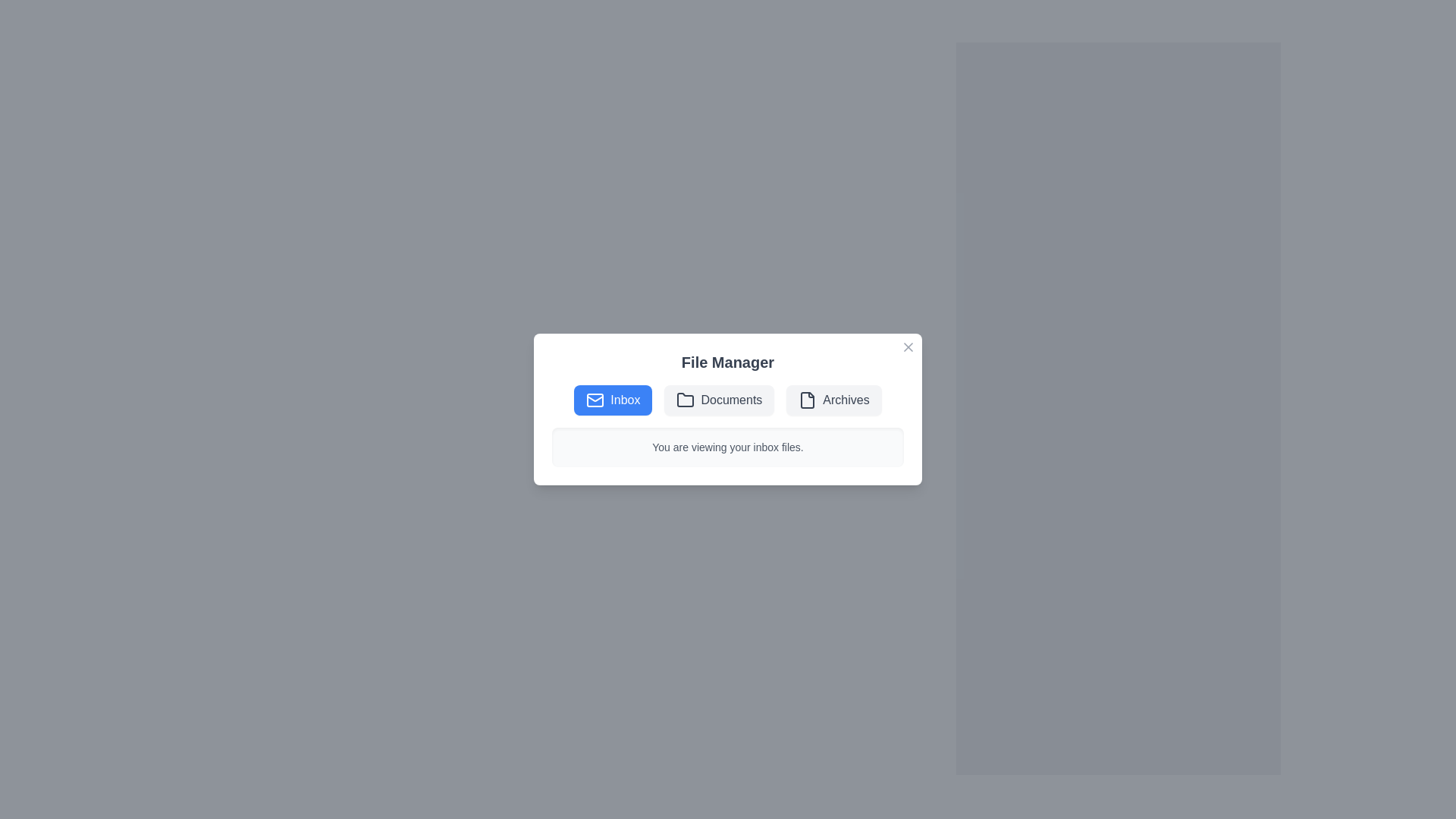 Image resolution: width=1456 pixels, height=819 pixels. What do you see at coordinates (595, 400) in the screenshot?
I see `the mail icon depicted as an envelope, which is part of the blue button labeled 'Inbox' in the 'File Manager' modal` at bounding box center [595, 400].